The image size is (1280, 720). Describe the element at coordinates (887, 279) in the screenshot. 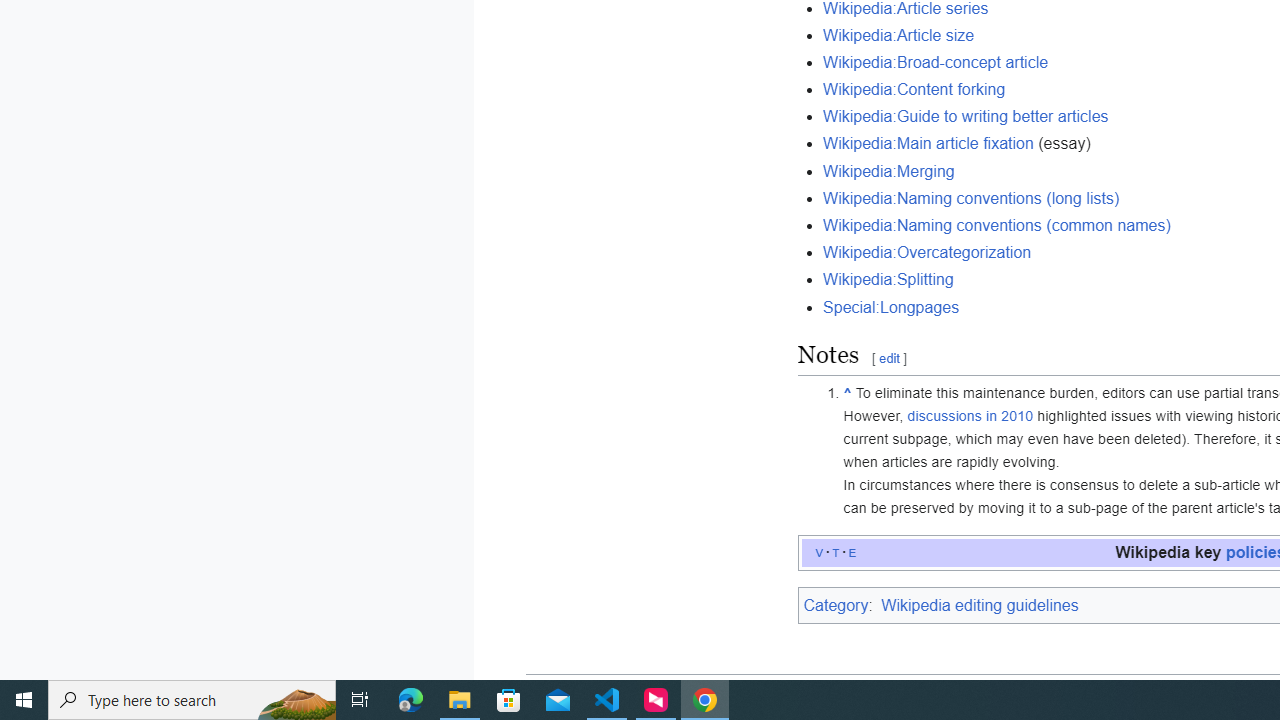

I see `'Wikipedia:Splitting'` at that location.